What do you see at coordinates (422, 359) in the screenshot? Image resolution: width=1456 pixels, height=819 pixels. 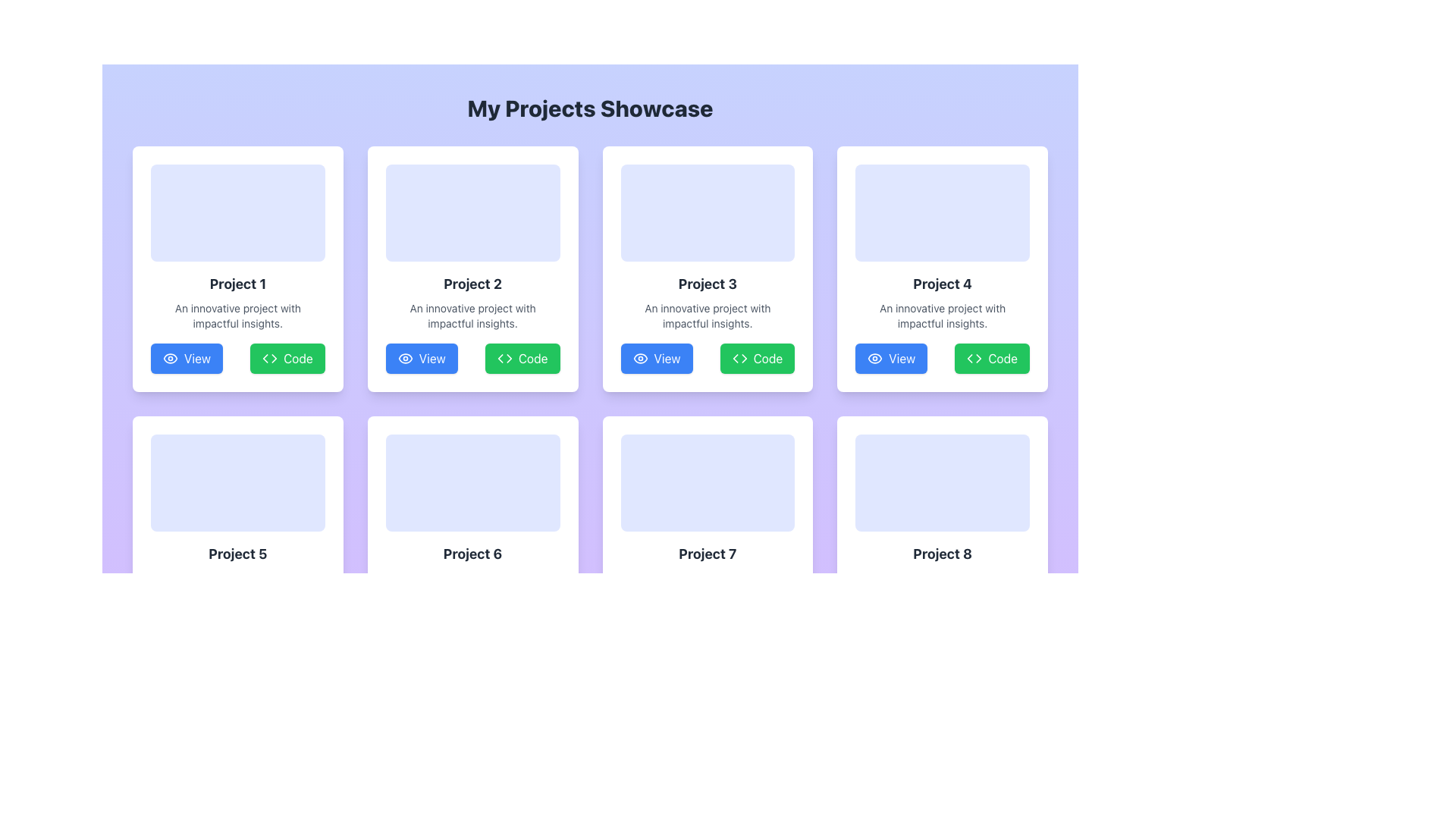 I see `the 'View' button with a blue background and an eye icon, located in the second project card from the left in the top row of the visible grid` at bounding box center [422, 359].